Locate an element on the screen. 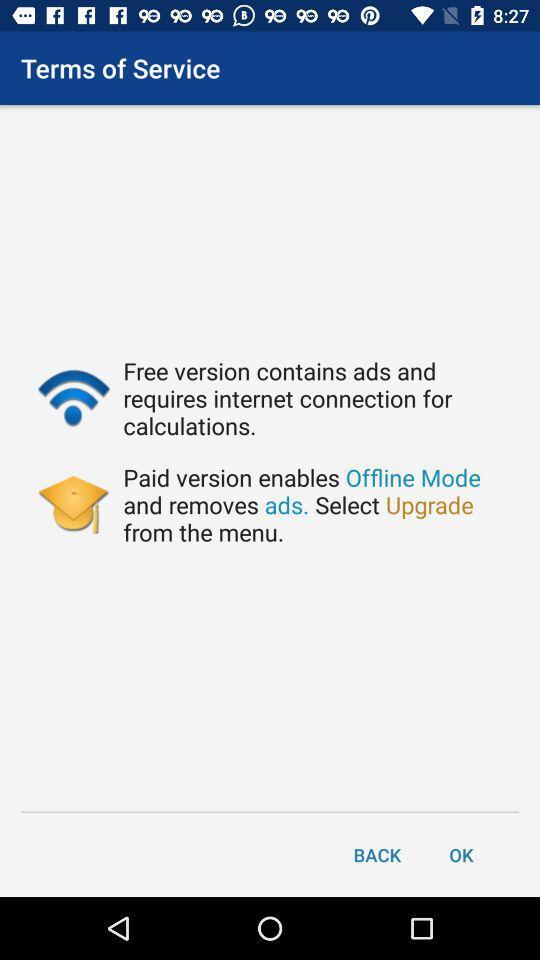  back item is located at coordinates (377, 853).